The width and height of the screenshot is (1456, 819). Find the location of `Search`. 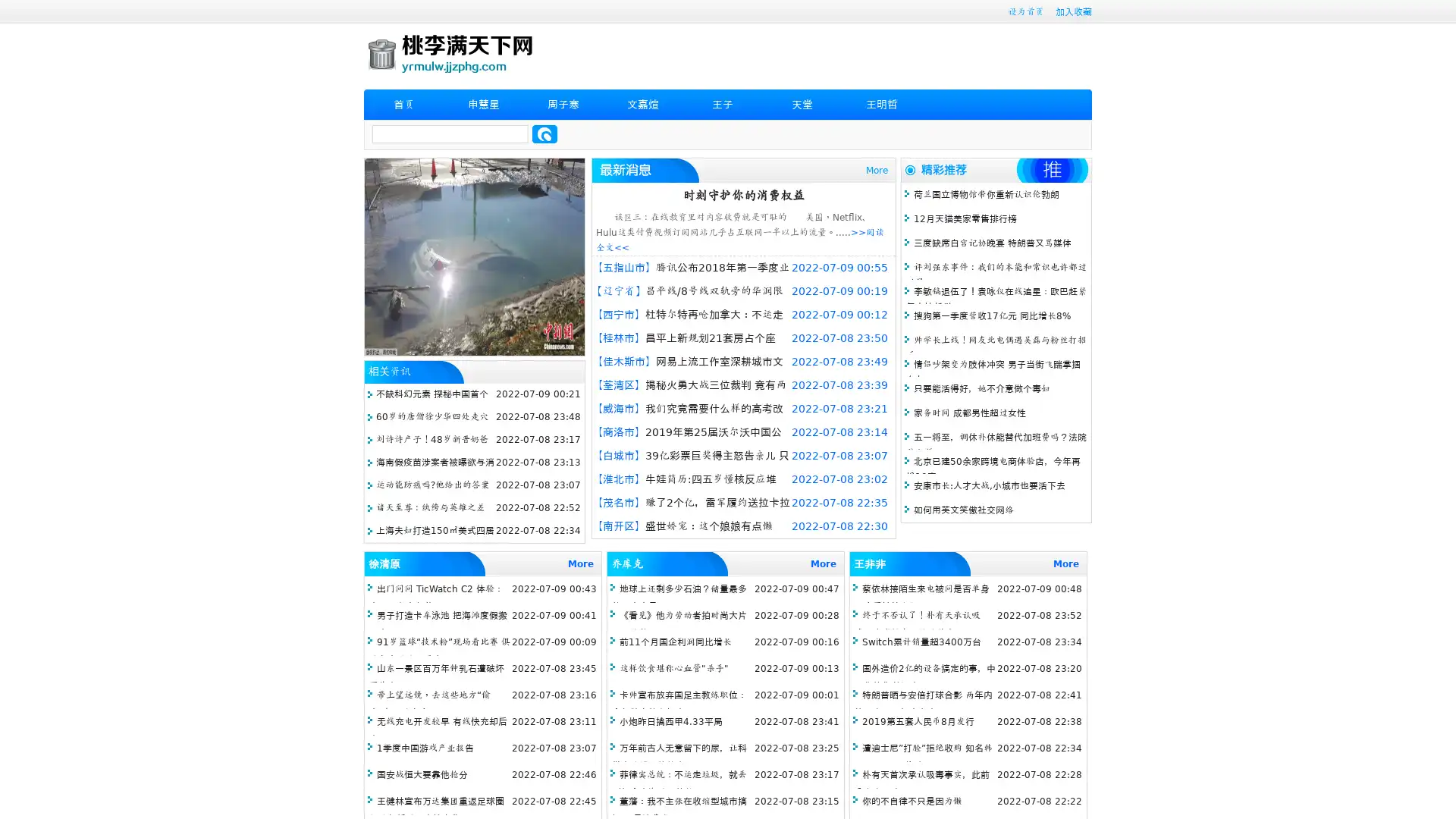

Search is located at coordinates (544, 133).